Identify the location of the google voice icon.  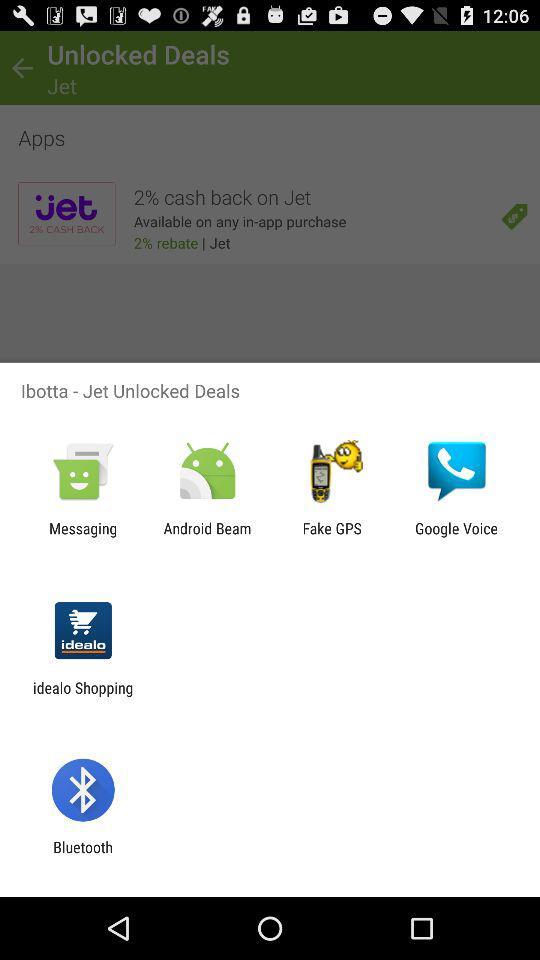
(456, 536).